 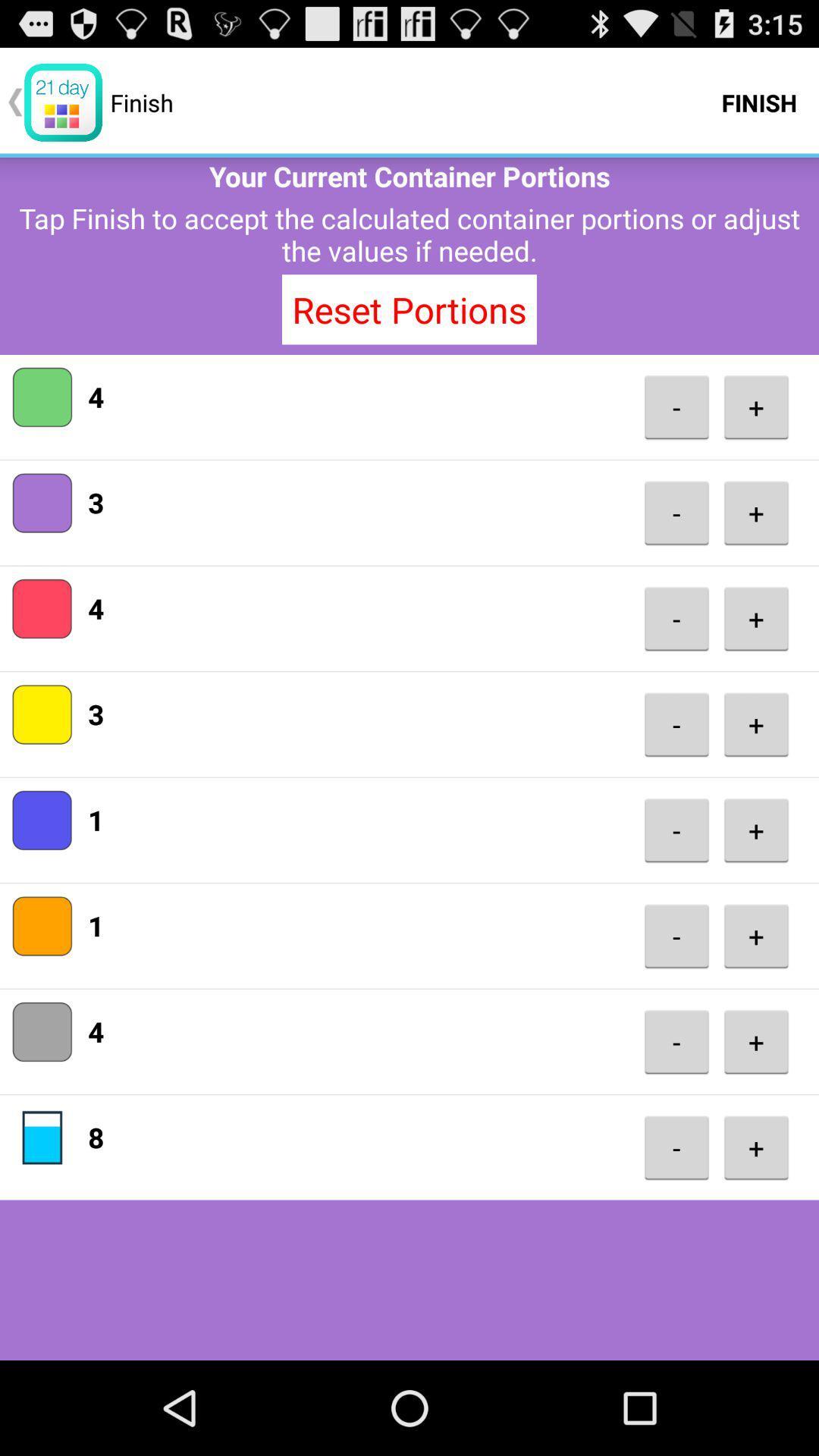 I want to click on - button, so click(x=676, y=1040).